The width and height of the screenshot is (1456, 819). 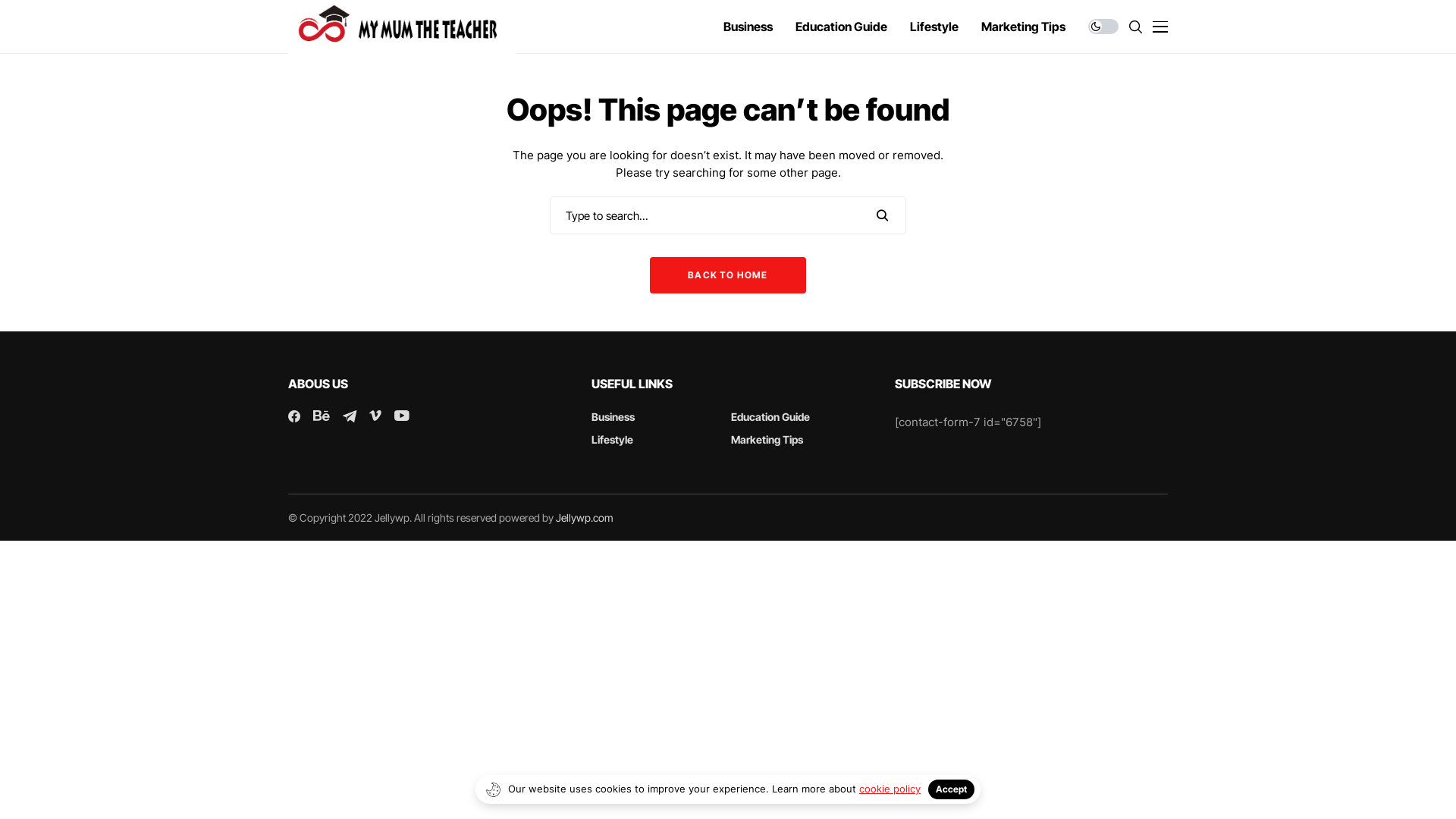 I want to click on 'Marketing Tips', so click(x=767, y=439).